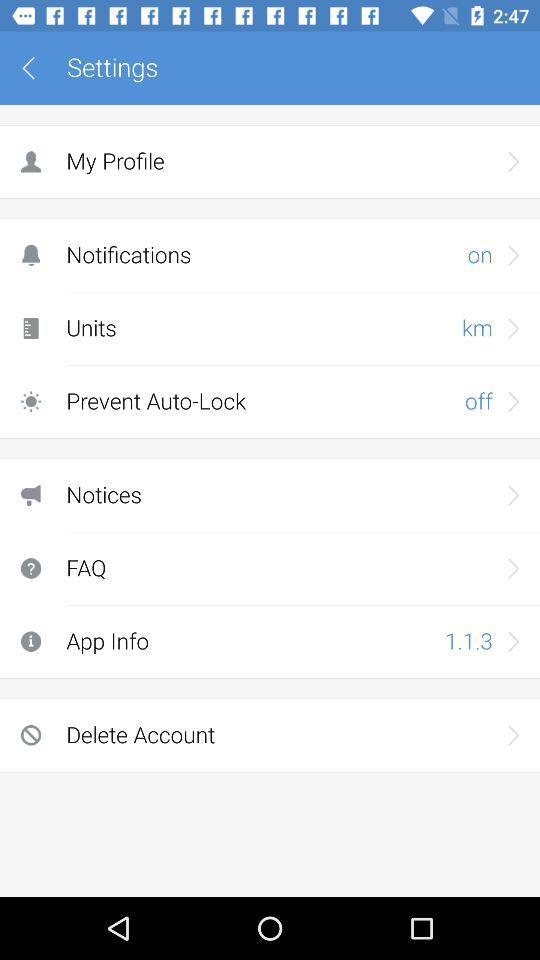  What do you see at coordinates (35, 68) in the screenshot?
I see `go back` at bounding box center [35, 68].